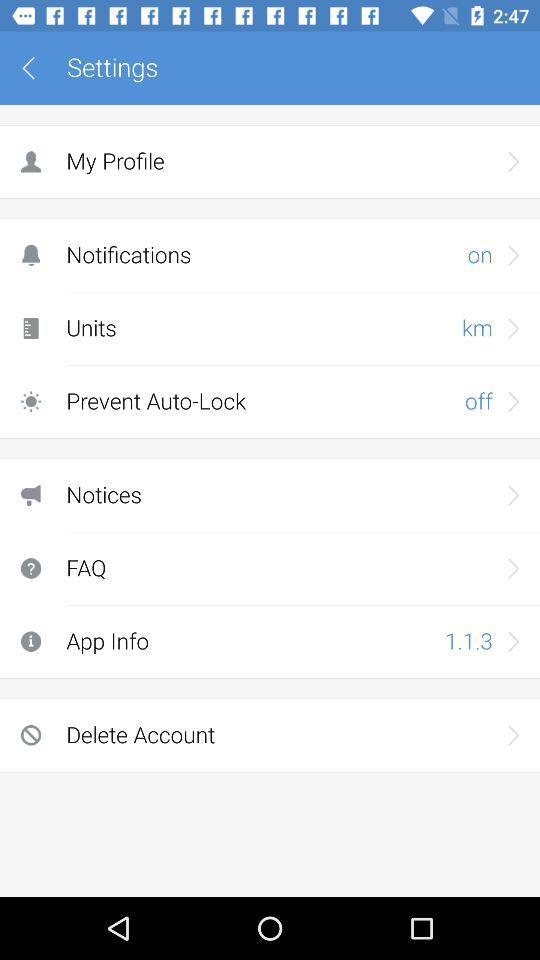  What do you see at coordinates (35, 68) in the screenshot?
I see `go back` at bounding box center [35, 68].